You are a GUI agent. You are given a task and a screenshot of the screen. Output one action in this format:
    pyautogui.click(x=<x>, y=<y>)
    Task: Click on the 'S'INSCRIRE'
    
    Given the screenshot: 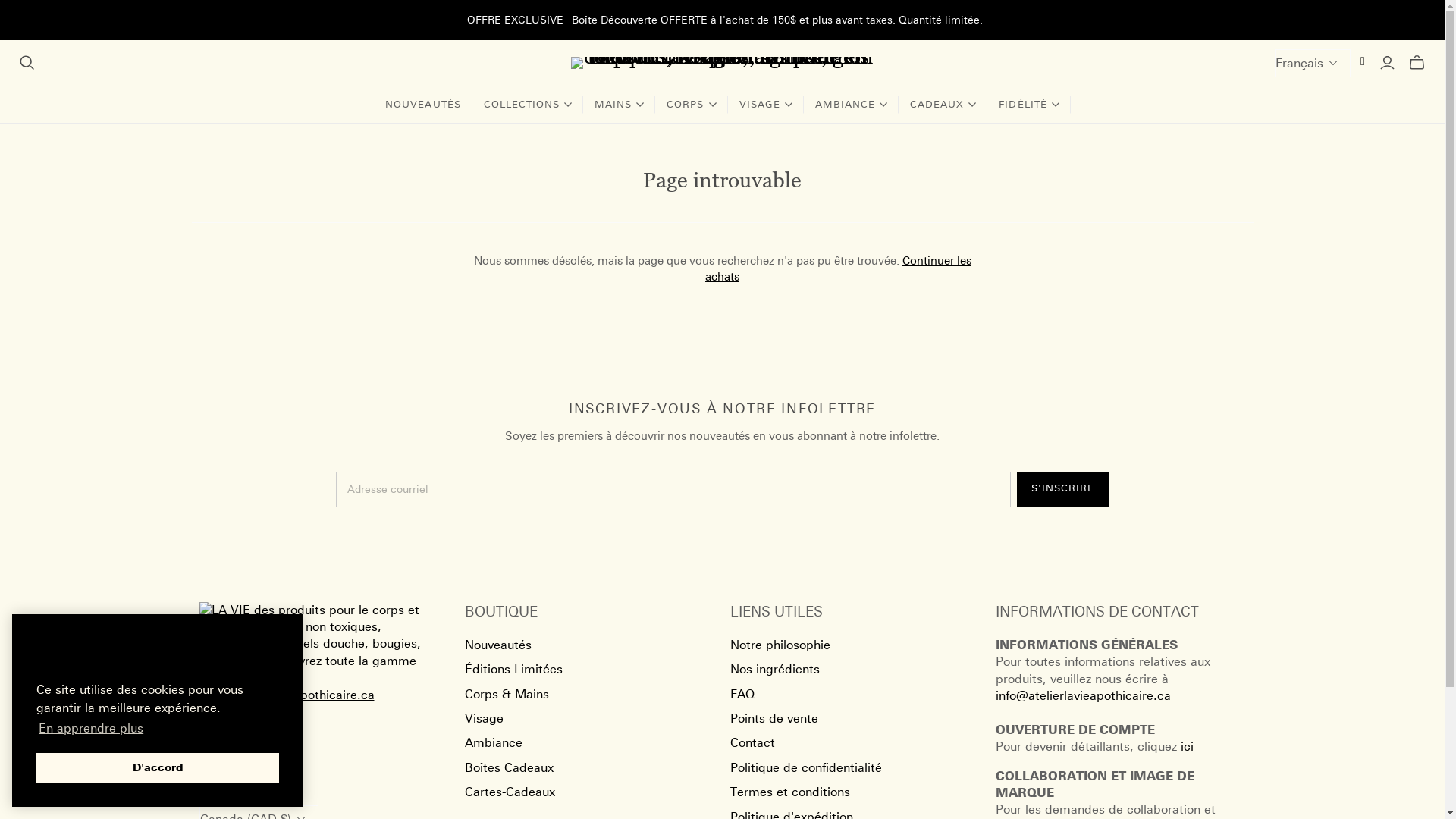 What is the action you would take?
    pyautogui.click(x=1016, y=489)
    